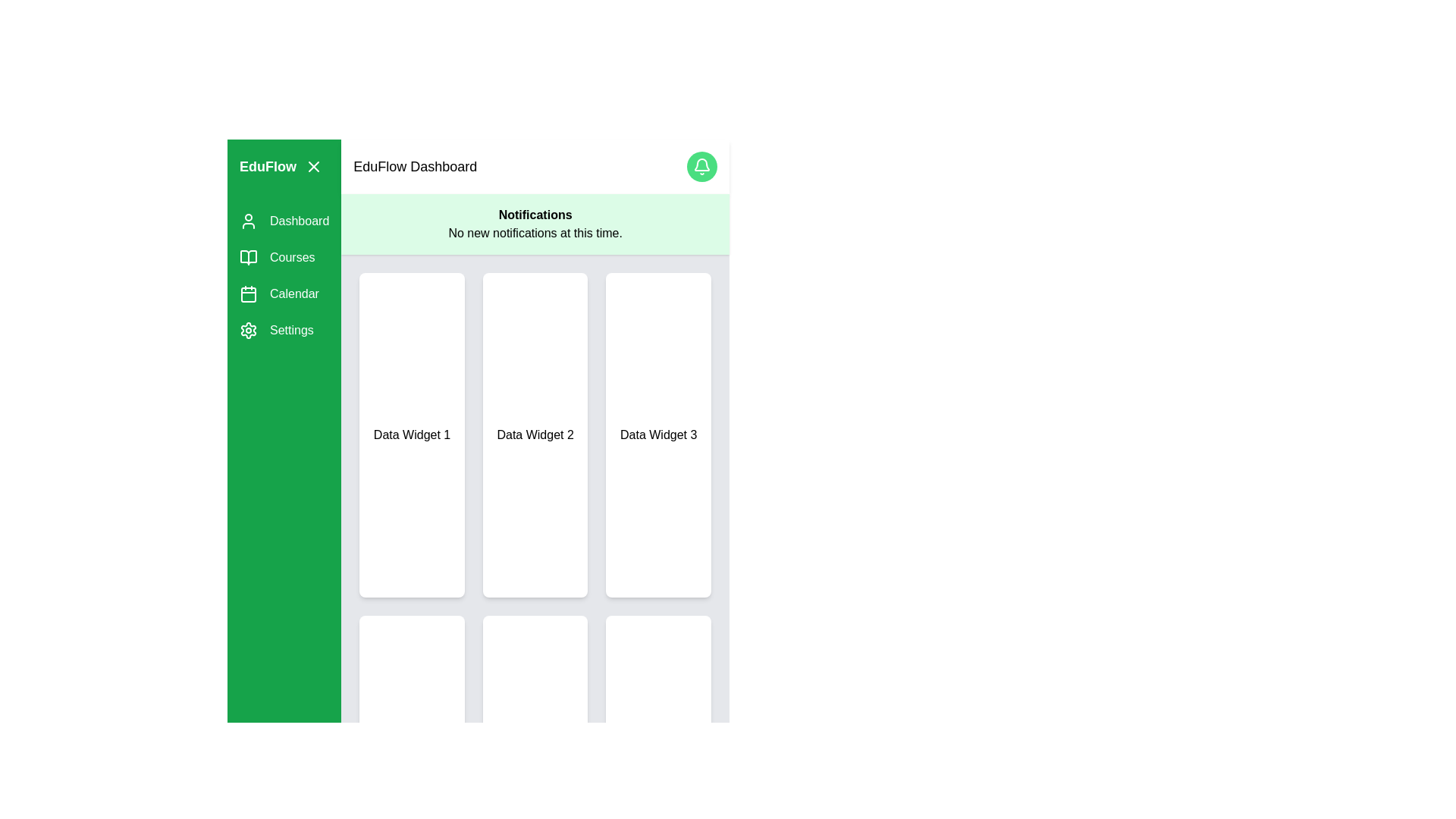 Image resolution: width=1456 pixels, height=819 pixels. What do you see at coordinates (535, 435) in the screenshot?
I see `the static text label displaying 'Data Widget 2', which is centered in the second column of a three-column layout, located directly underneath a notification bar` at bounding box center [535, 435].